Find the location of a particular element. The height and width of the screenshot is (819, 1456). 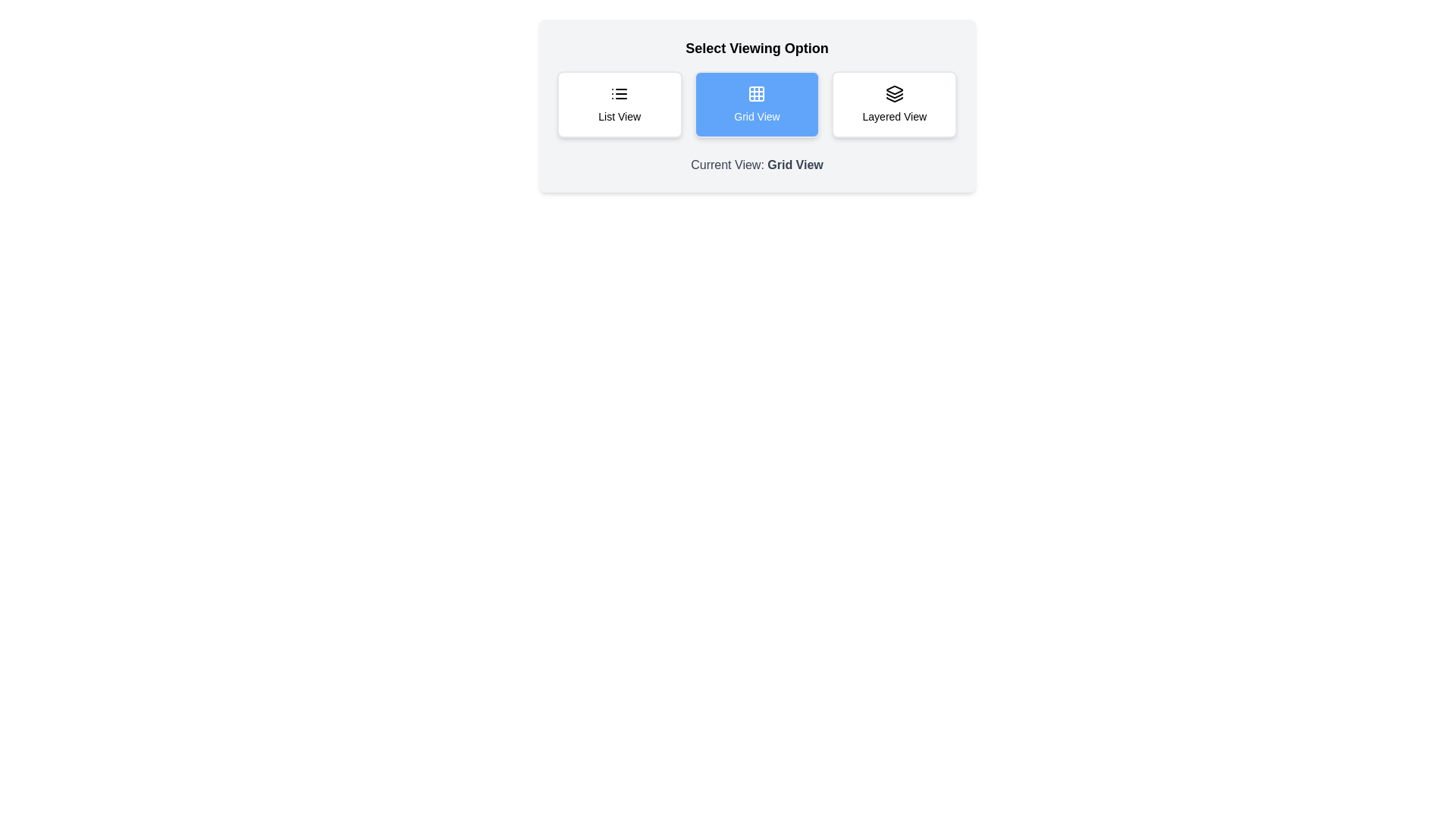

the 'Layered View' button, which is a rectangular button with rounded corners and a centered icon resembling stacked layers is located at coordinates (894, 104).